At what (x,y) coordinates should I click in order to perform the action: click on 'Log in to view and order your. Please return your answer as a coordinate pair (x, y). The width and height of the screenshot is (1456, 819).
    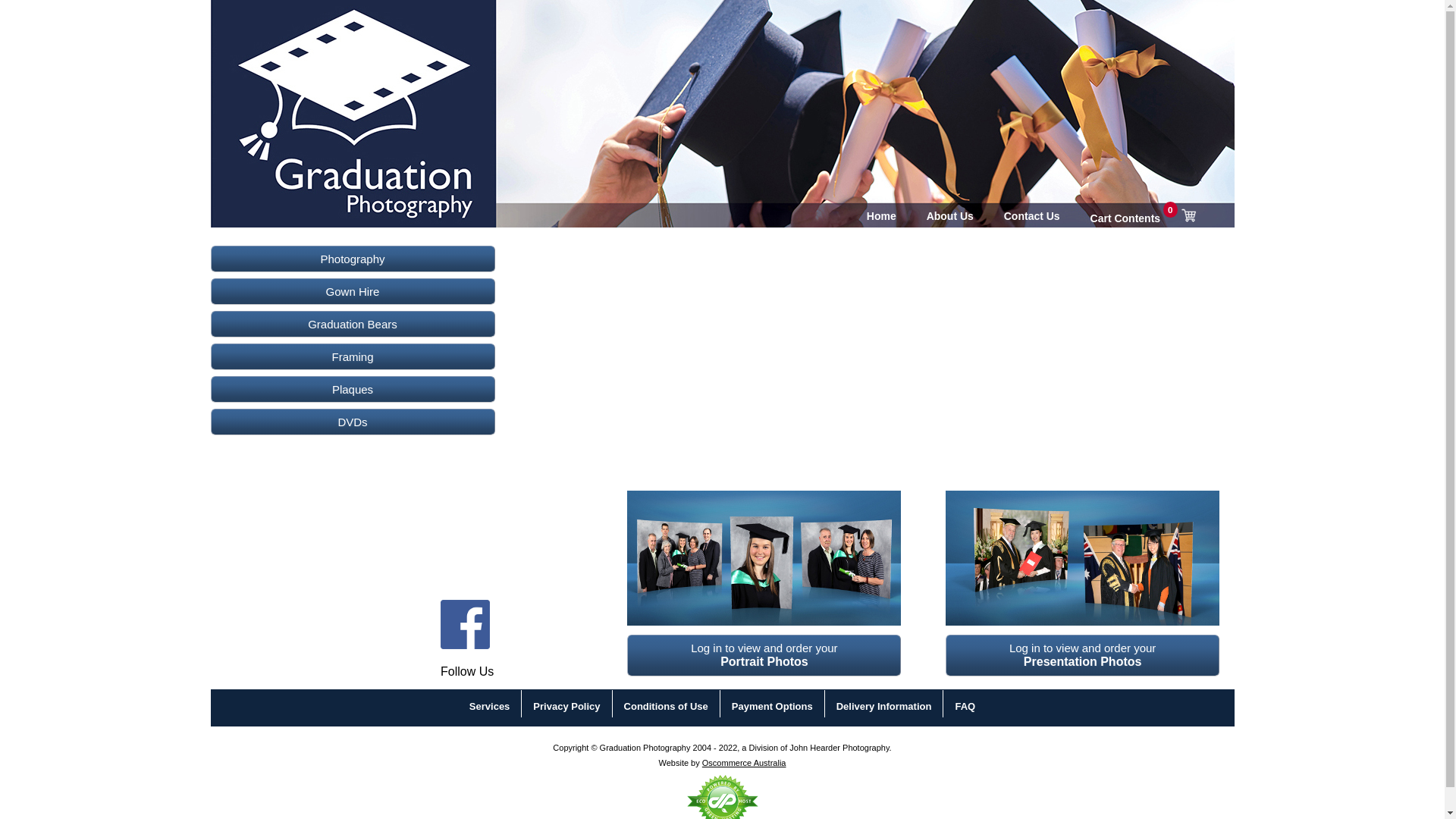
    Looking at the image, I should click on (764, 654).